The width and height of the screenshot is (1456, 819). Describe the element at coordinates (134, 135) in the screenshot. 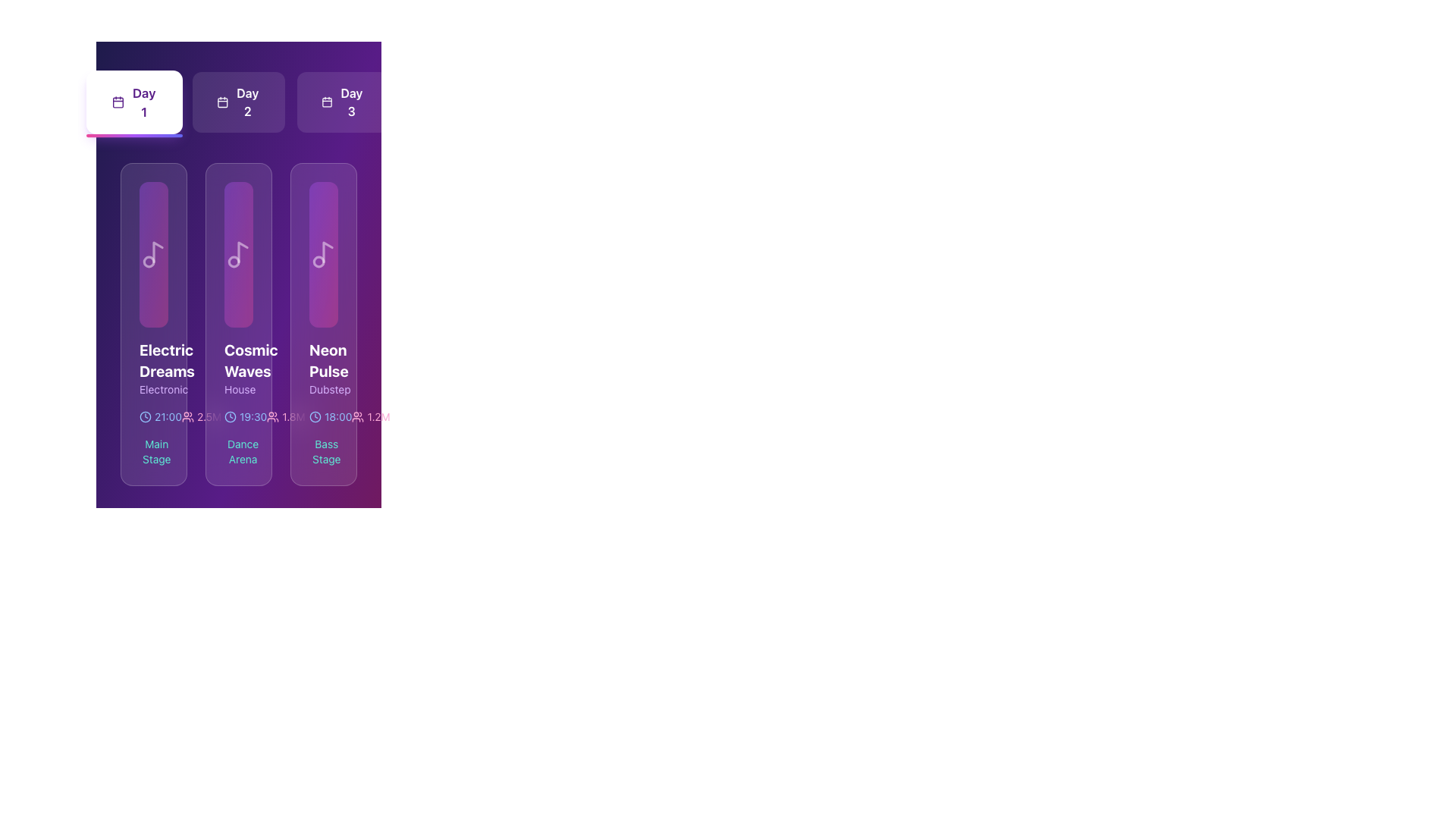

I see `the Decorative indicator bar located at the bottom of the card labeled 'Day 1', which features a gradient color scheme transitioning from pink to purple to indigo` at that location.